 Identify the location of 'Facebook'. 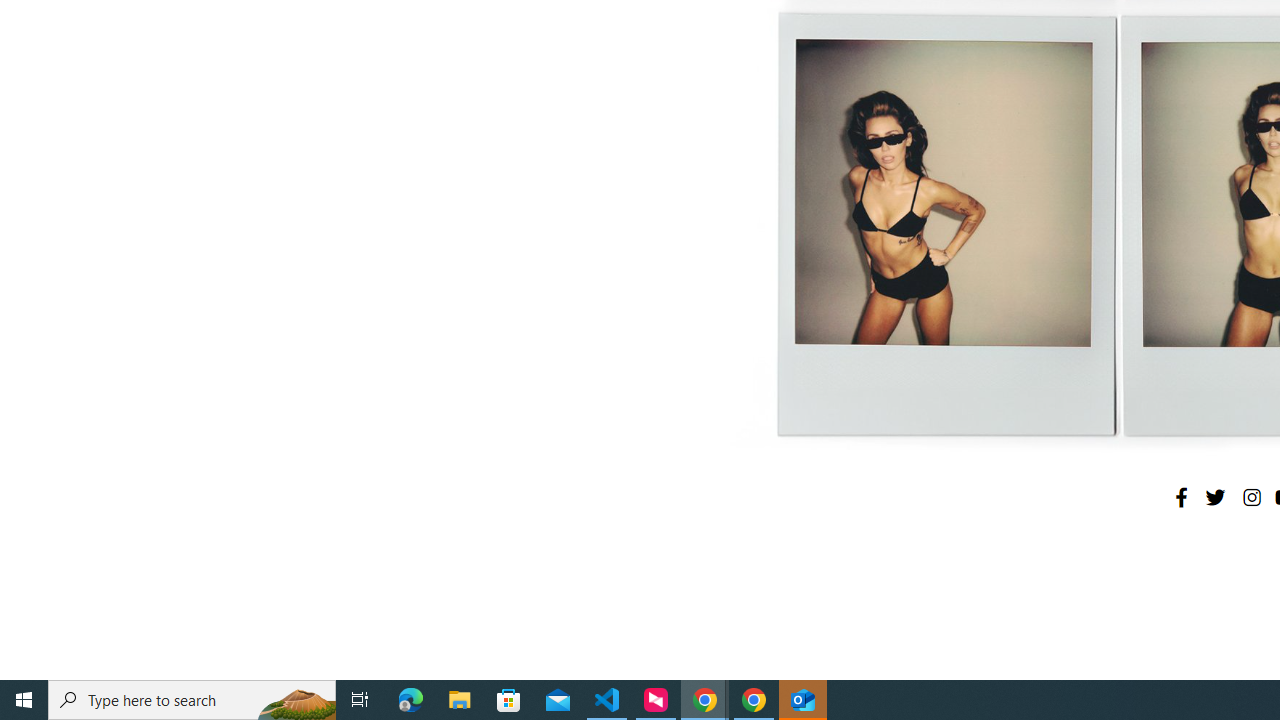
(1181, 496).